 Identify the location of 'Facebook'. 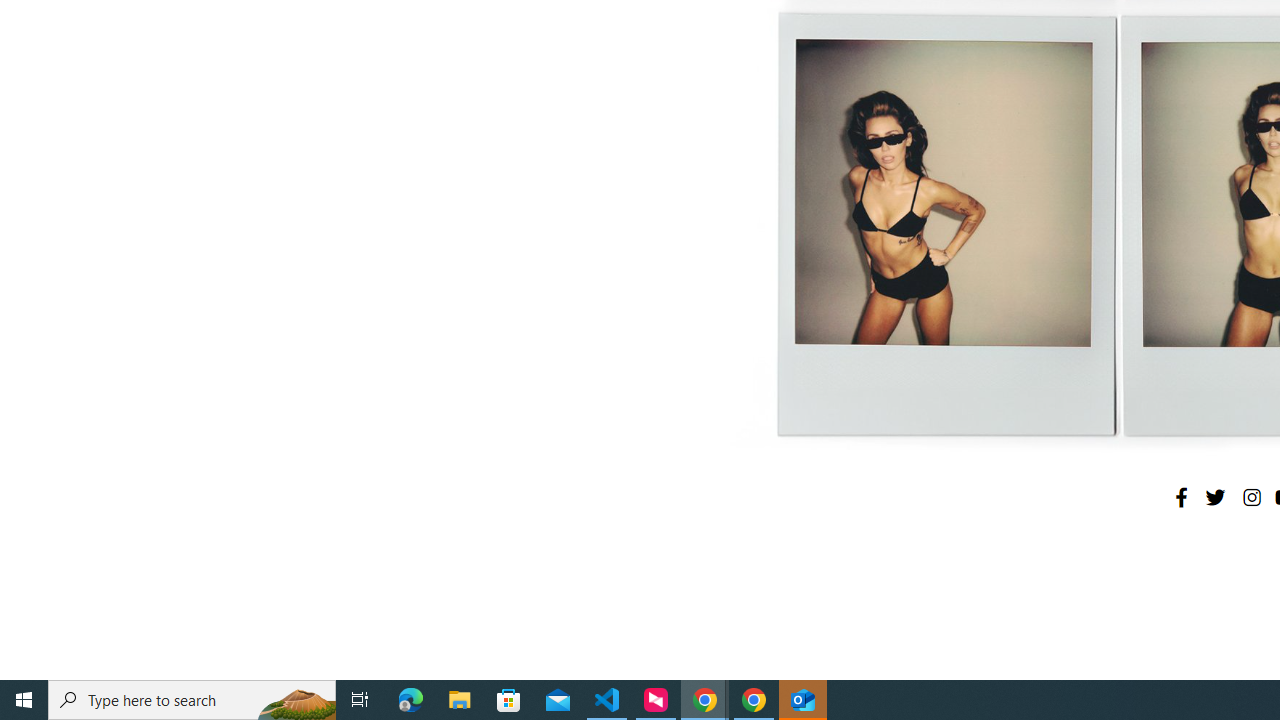
(1181, 496).